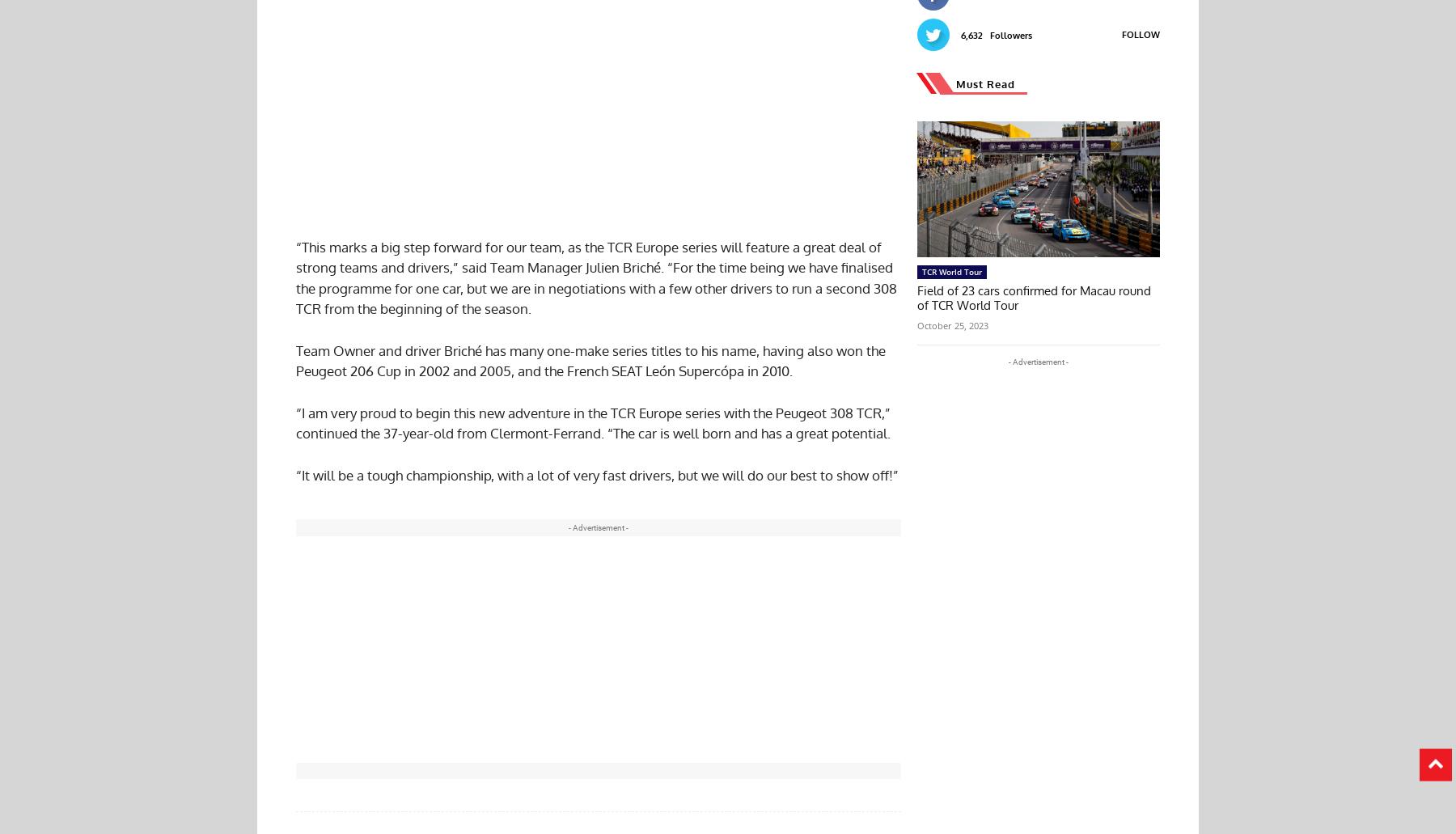 Image resolution: width=1456 pixels, height=834 pixels. Describe the element at coordinates (595, 277) in the screenshot. I see `'“This marks a big step forward for our team, as the TCR Europe series will feature a great deal of strong teams and drivers,” said Team Manager Julien Briché. “For the time being we have finalised the programme for one car, but we are in negotiations with a few other drivers to run a second 308 TCR from the beginning of the season.'` at that location.